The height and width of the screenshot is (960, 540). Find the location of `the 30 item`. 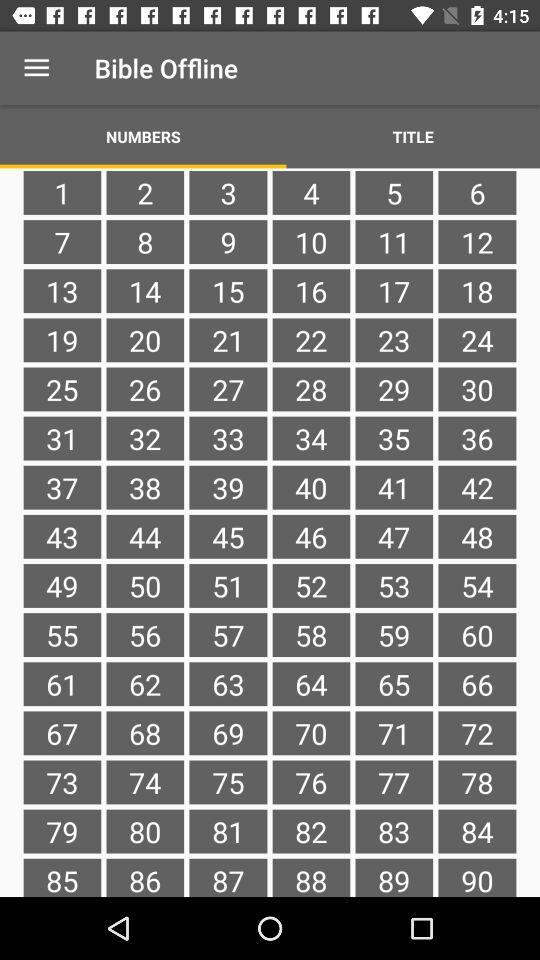

the 30 item is located at coordinates (476, 388).